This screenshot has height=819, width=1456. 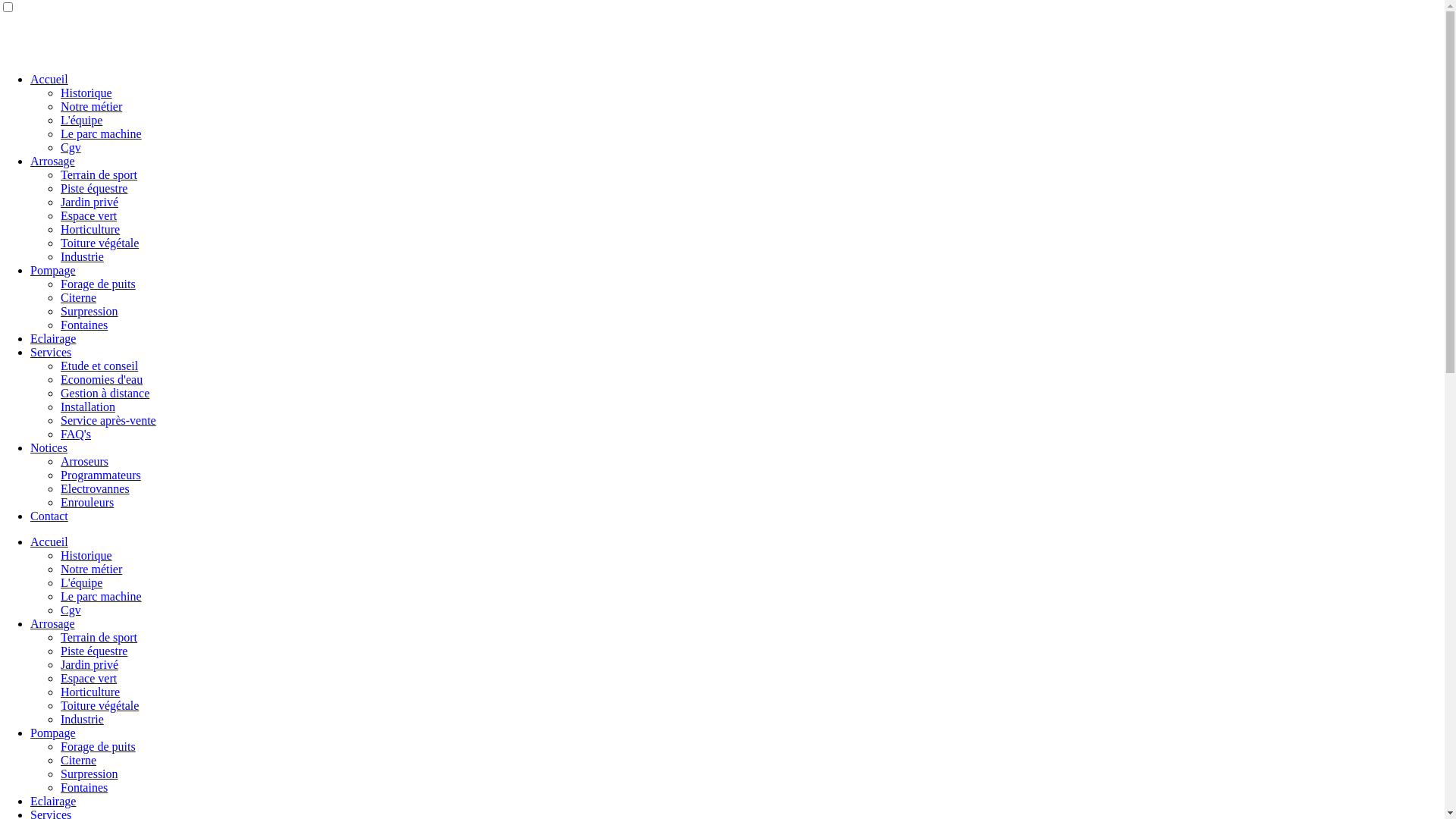 What do you see at coordinates (101, 378) in the screenshot?
I see `'Economies d'eau'` at bounding box center [101, 378].